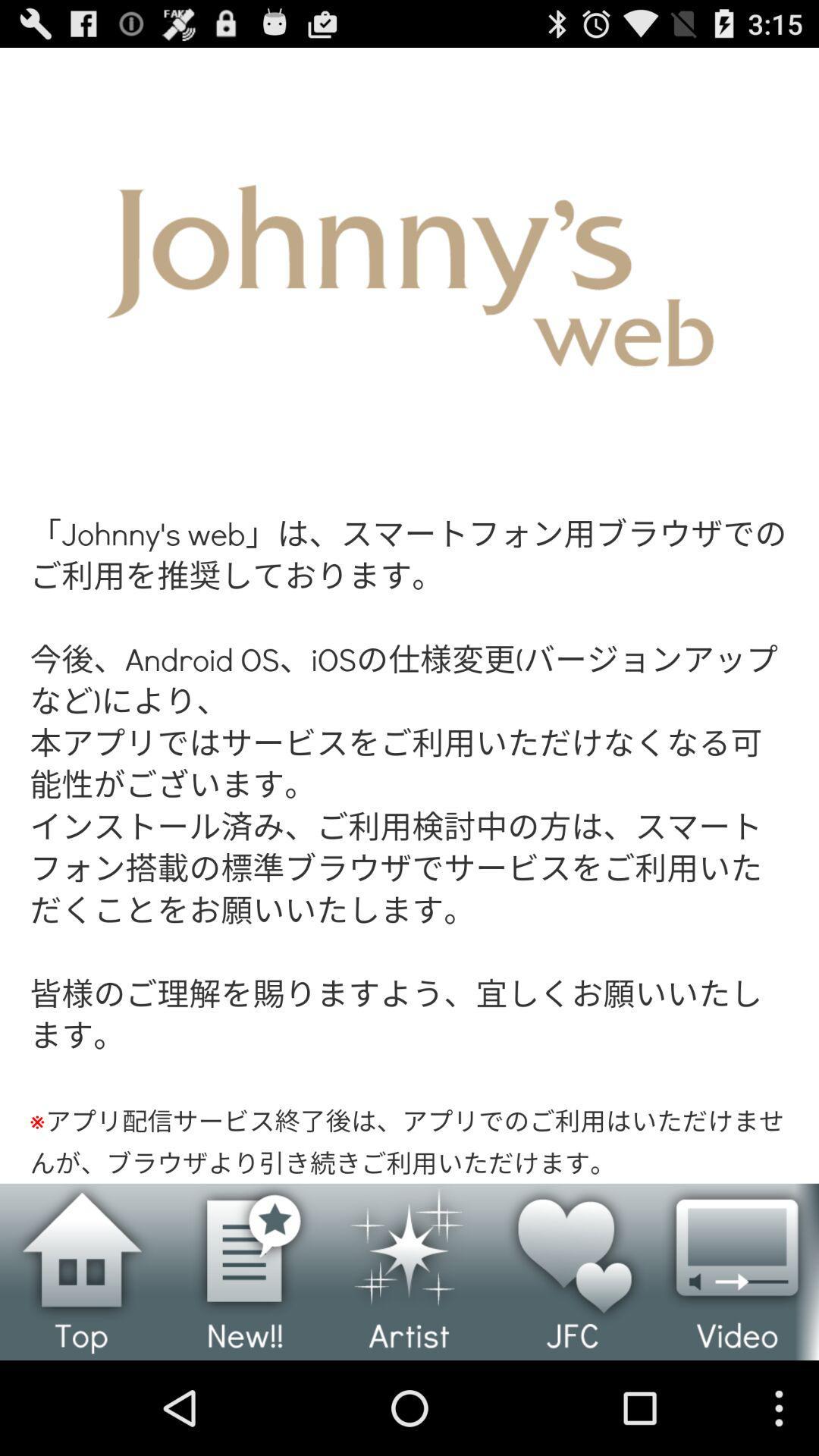  Describe the element at coordinates (409, 615) in the screenshot. I see `screen botton` at that location.